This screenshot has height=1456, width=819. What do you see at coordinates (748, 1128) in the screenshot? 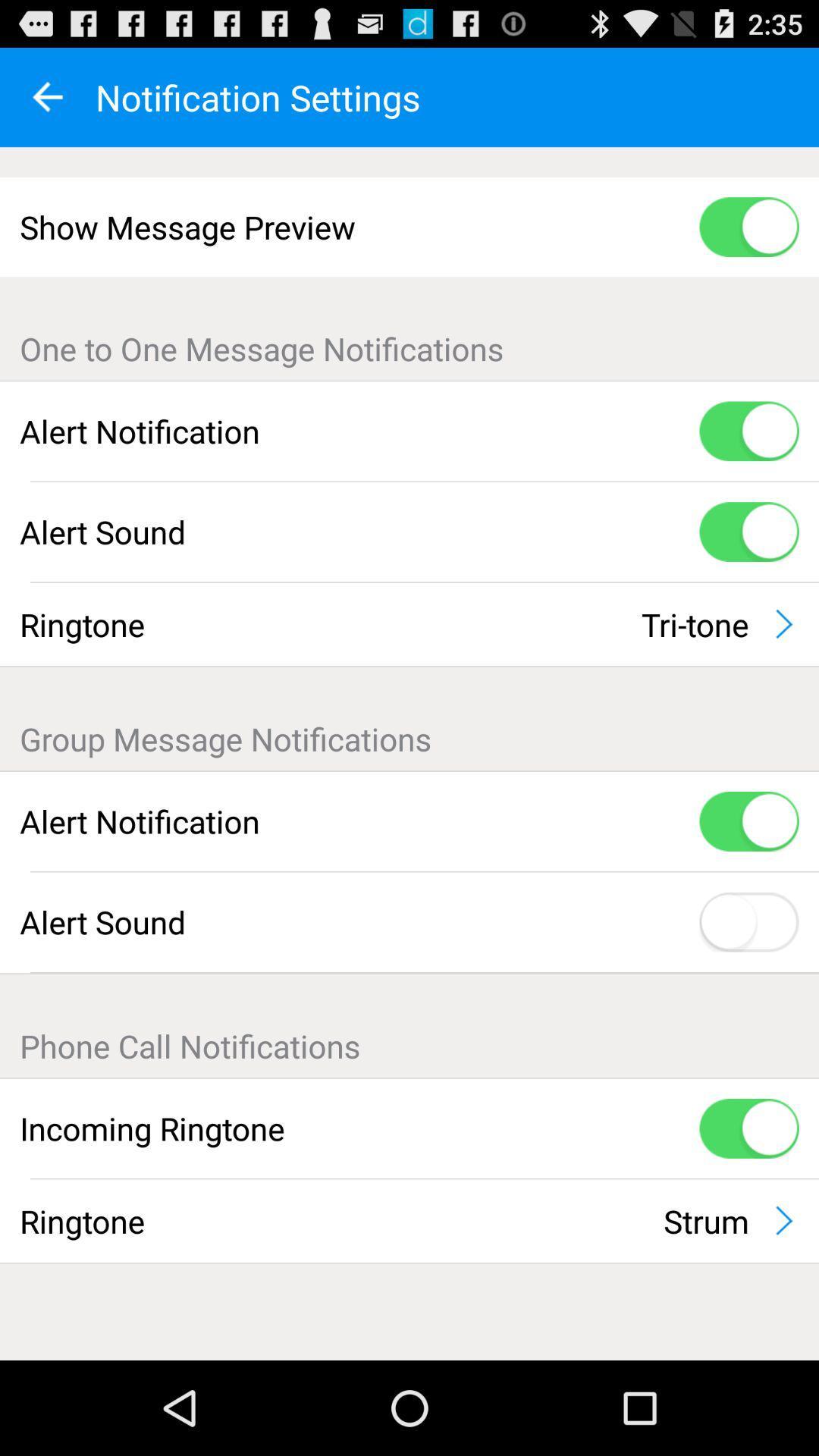
I see `the icon next to incoming ringtone` at bounding box center [748, 1128].